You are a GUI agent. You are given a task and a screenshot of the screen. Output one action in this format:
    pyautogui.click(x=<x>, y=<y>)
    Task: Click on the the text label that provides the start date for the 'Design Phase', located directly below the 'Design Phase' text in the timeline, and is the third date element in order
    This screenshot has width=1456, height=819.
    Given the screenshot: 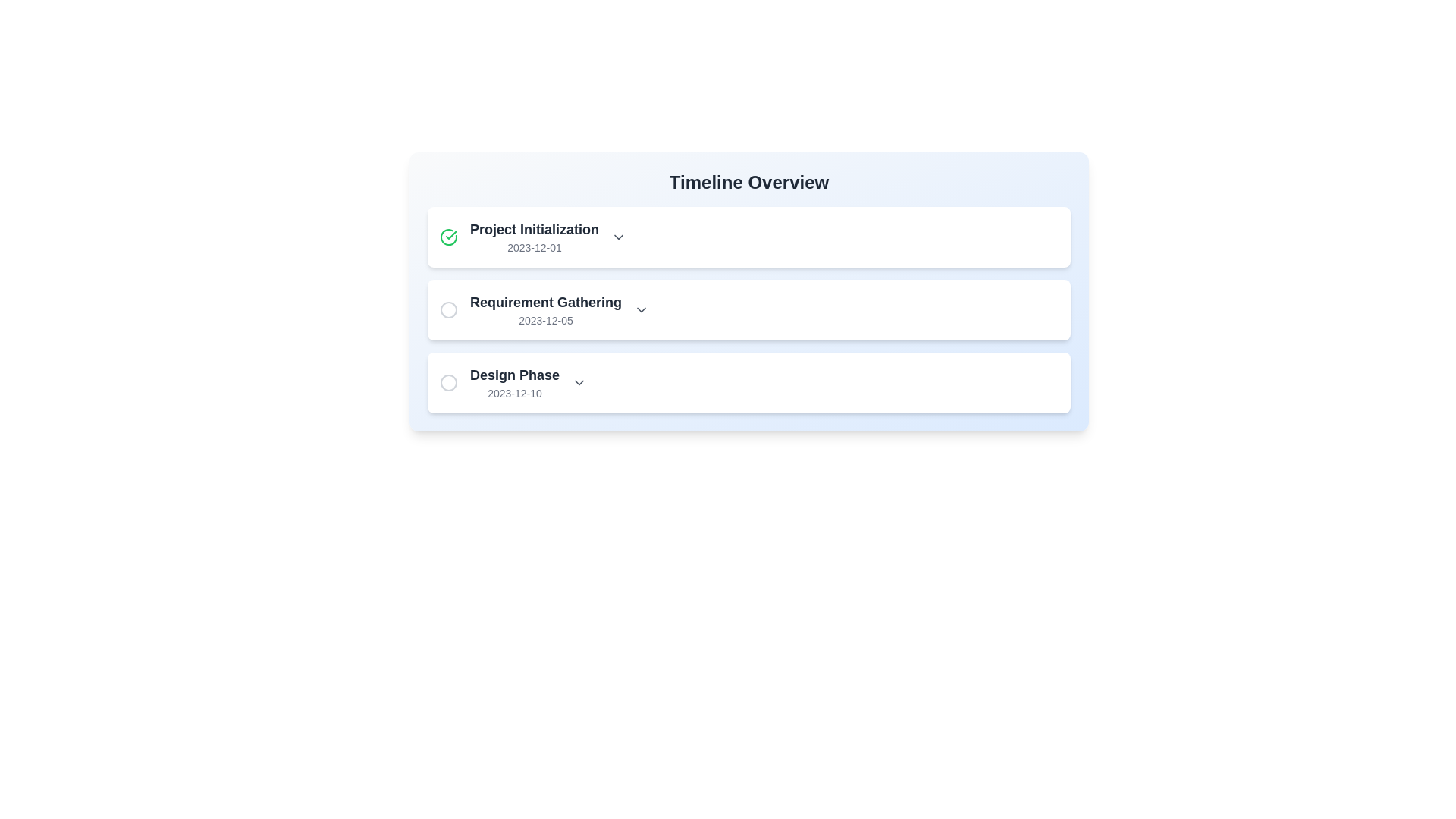 What is the action you would take?
    pyautogui.click(x=515, y=393)
    